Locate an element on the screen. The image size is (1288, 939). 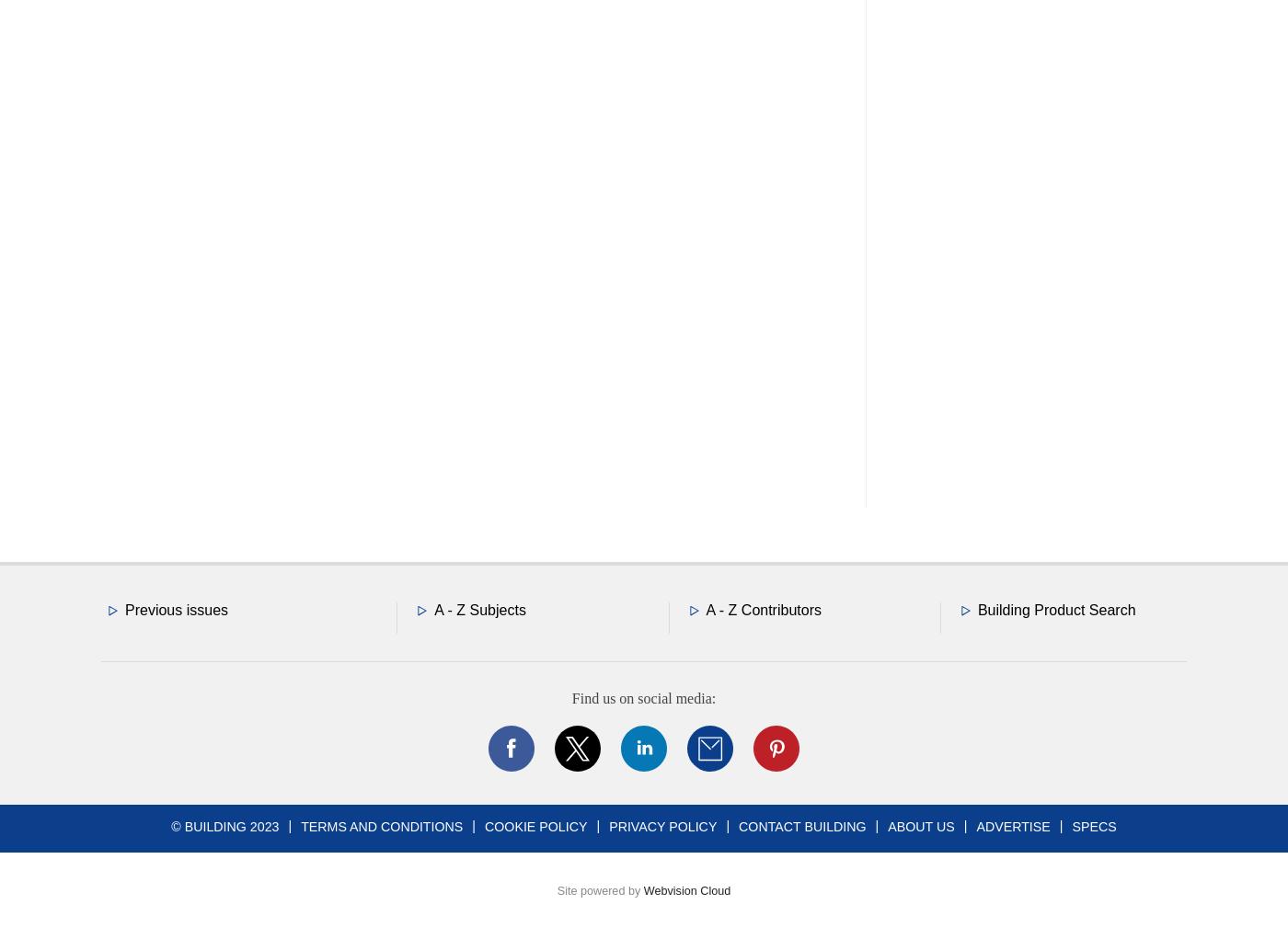
'Specs' is located at coordinates (1094, 824).